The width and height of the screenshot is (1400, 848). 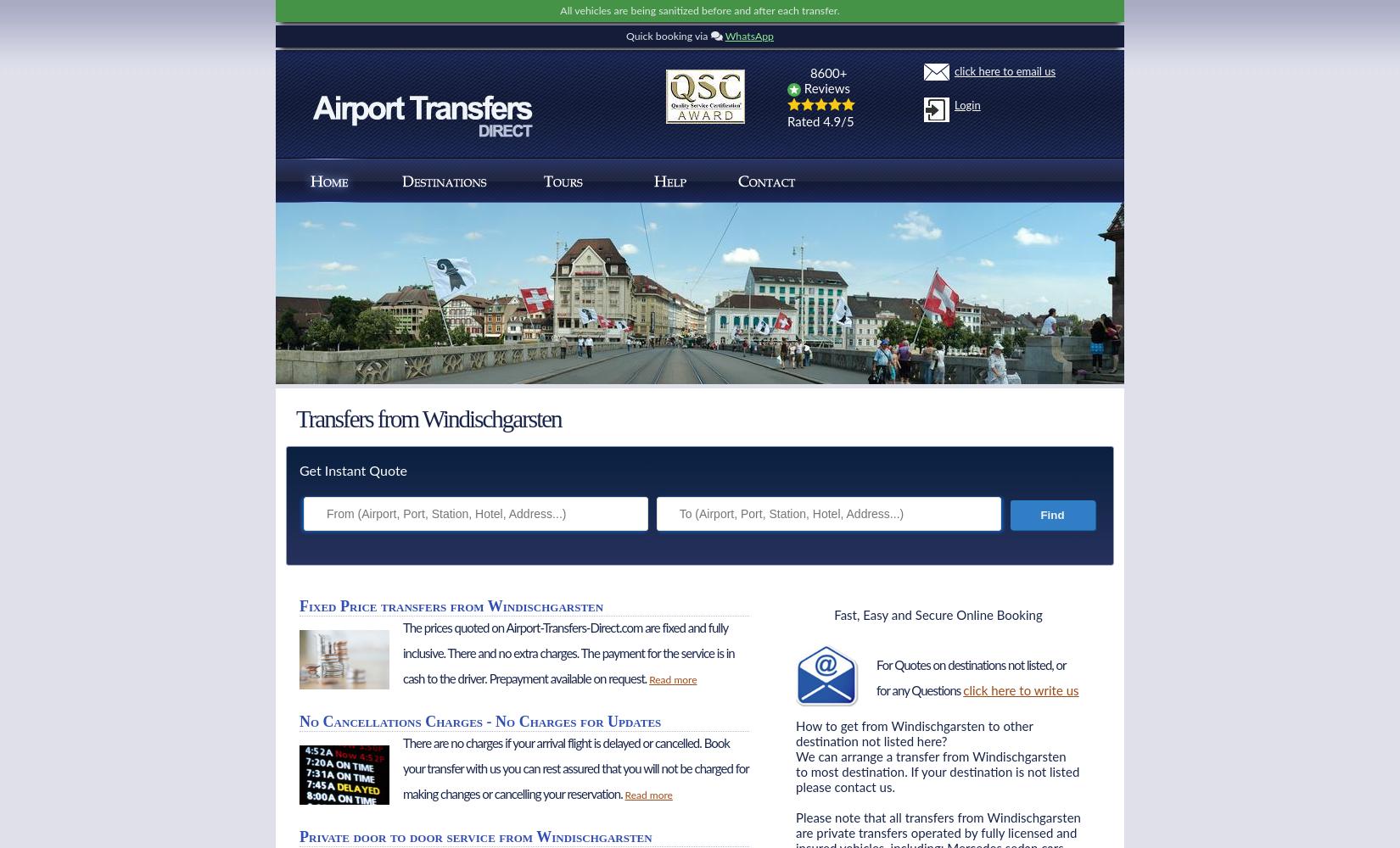 What do you see at coordinates (402, 769) in the screenshot?
I see `'There are no charges if your arrival flight is delayed or cancelled. Book your transfer with us you can rest assured that you will not be charged for making changes or cancelling your reservation.'` at bounding box center [402, 769].